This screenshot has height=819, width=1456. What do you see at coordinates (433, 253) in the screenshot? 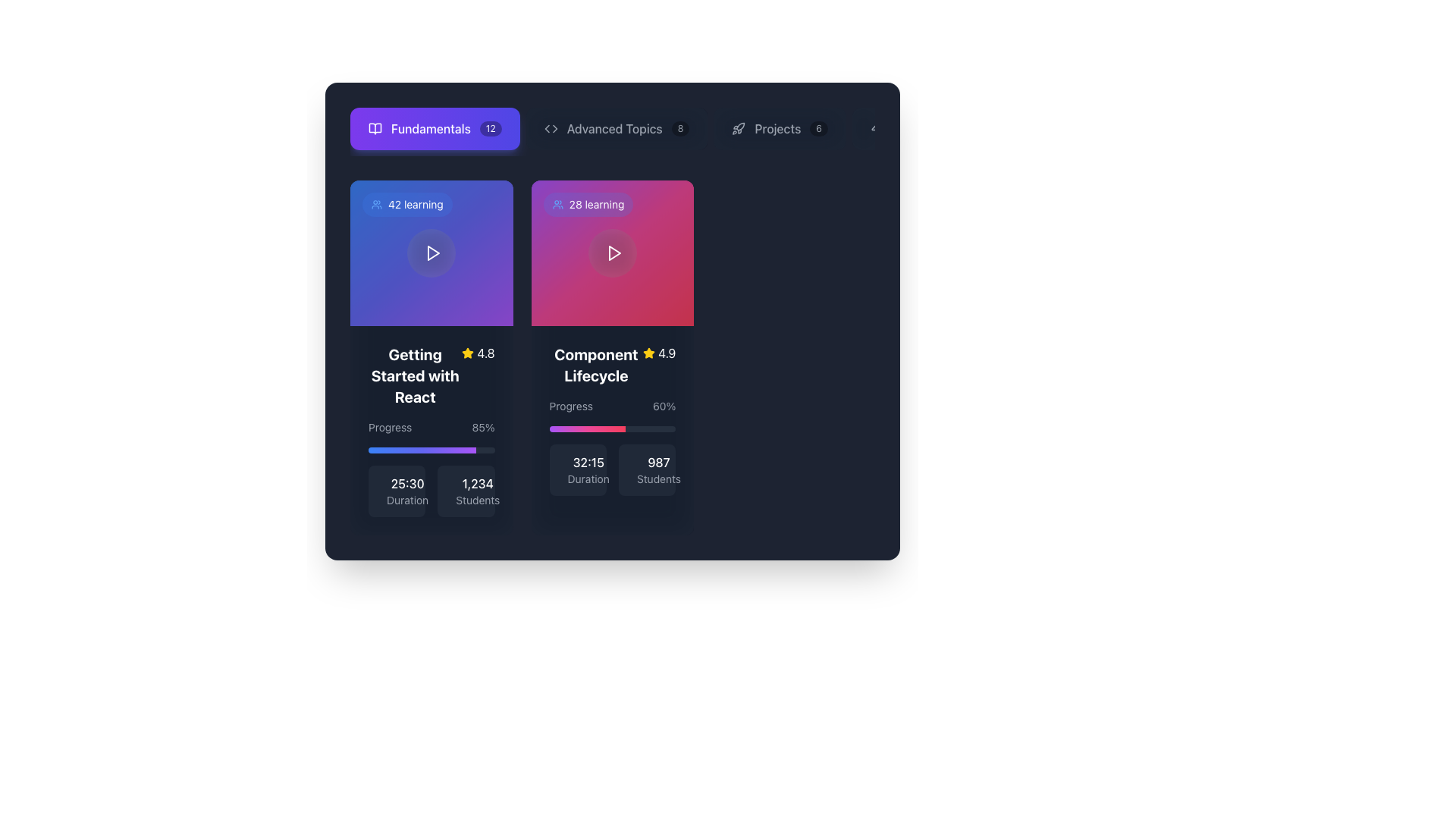
I see `the minimalistic play icon, represented as a triangle pointing to the right, located in the center of the blue gradient card titled 'Getting Started with React' under 'Fundamentals' to initiate the play action` at bounding box center [433, 253].